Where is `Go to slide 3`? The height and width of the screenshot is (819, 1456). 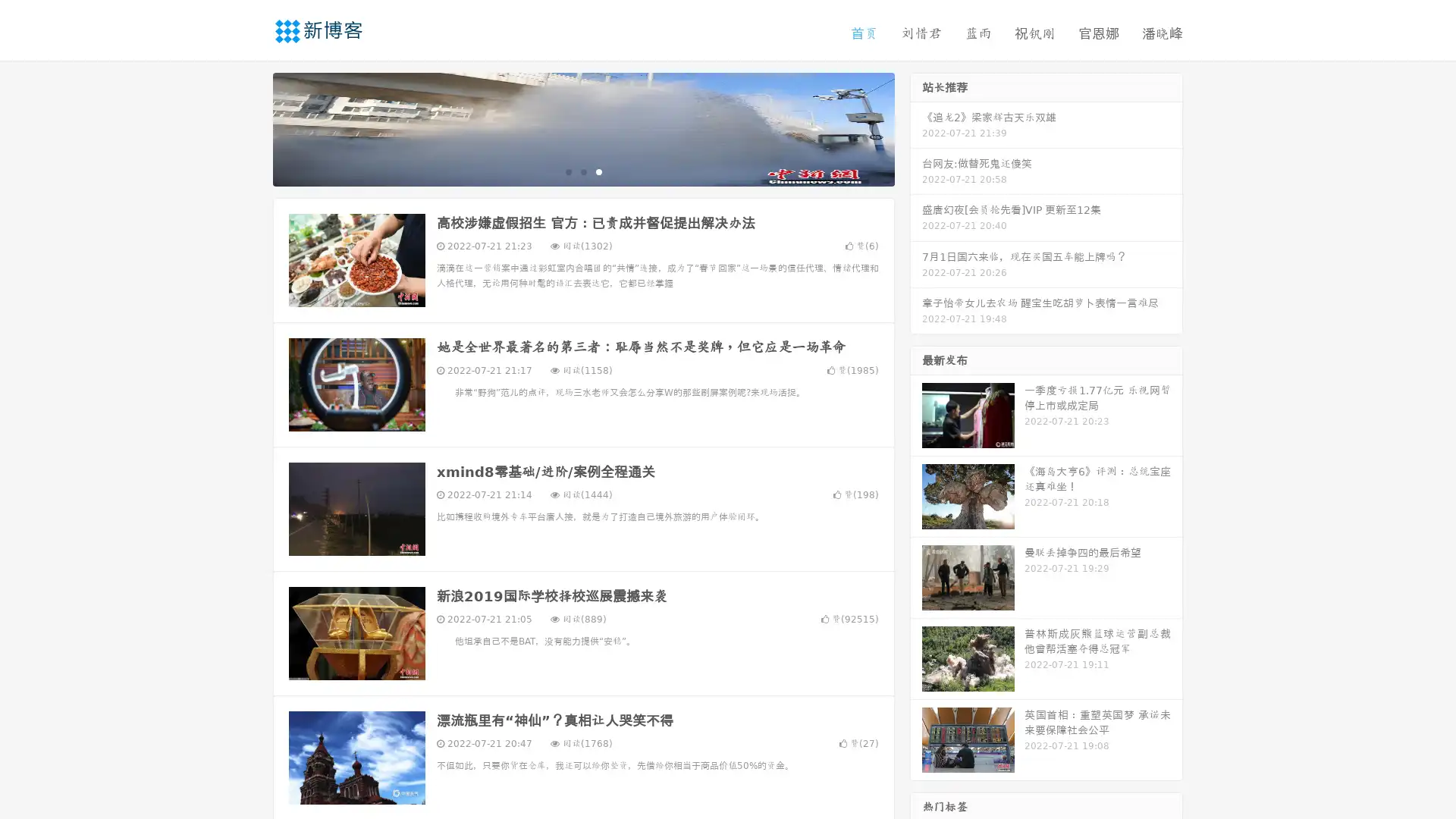 Go to slide 3 is located at coordinates (598, 171).